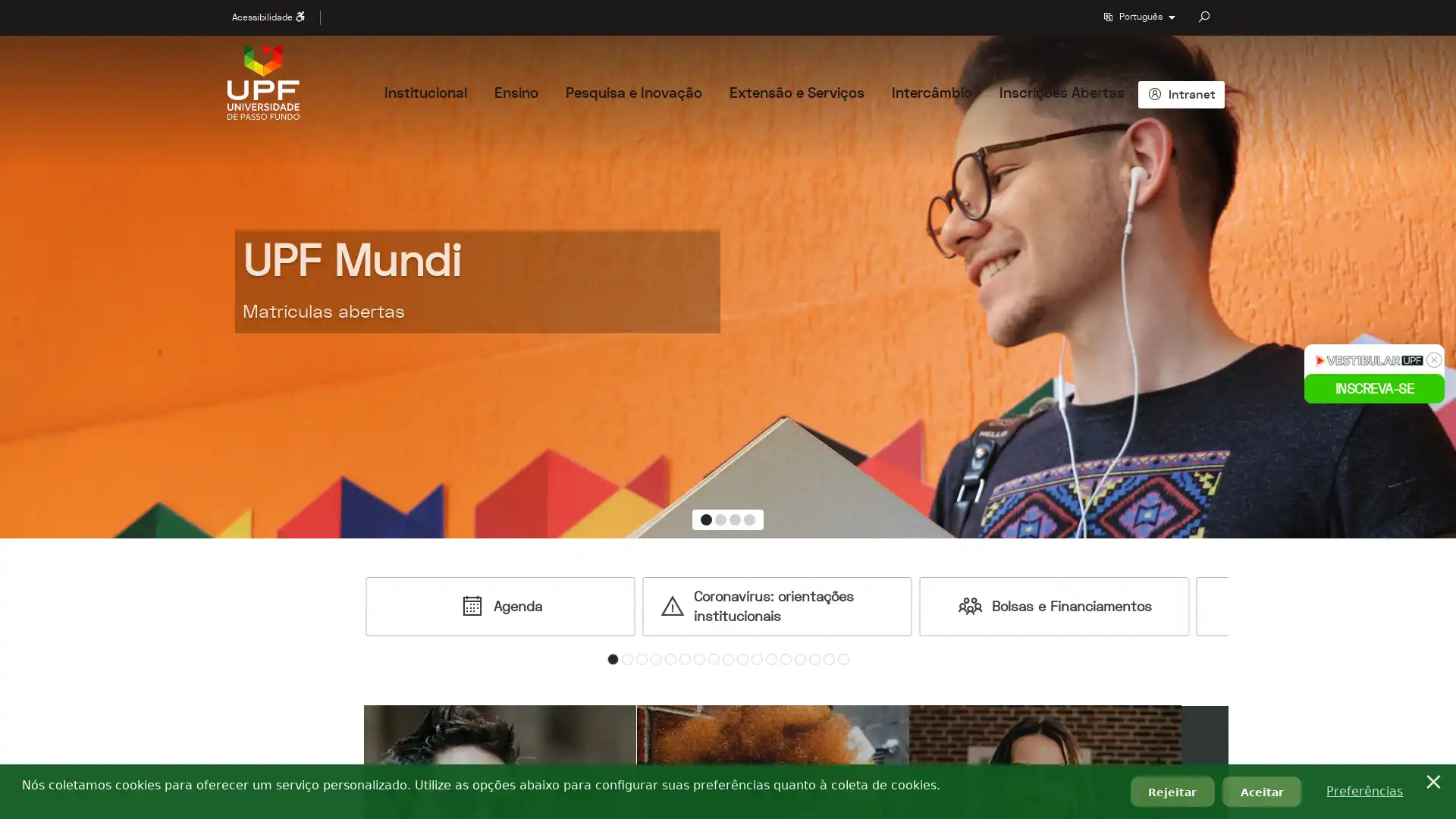 The height and width of the screenshot is (819, 1456). What do you see at coordinates (274, 17) in the screenshot?
I see `Acessibilidade` at bounding box center [274, 17].